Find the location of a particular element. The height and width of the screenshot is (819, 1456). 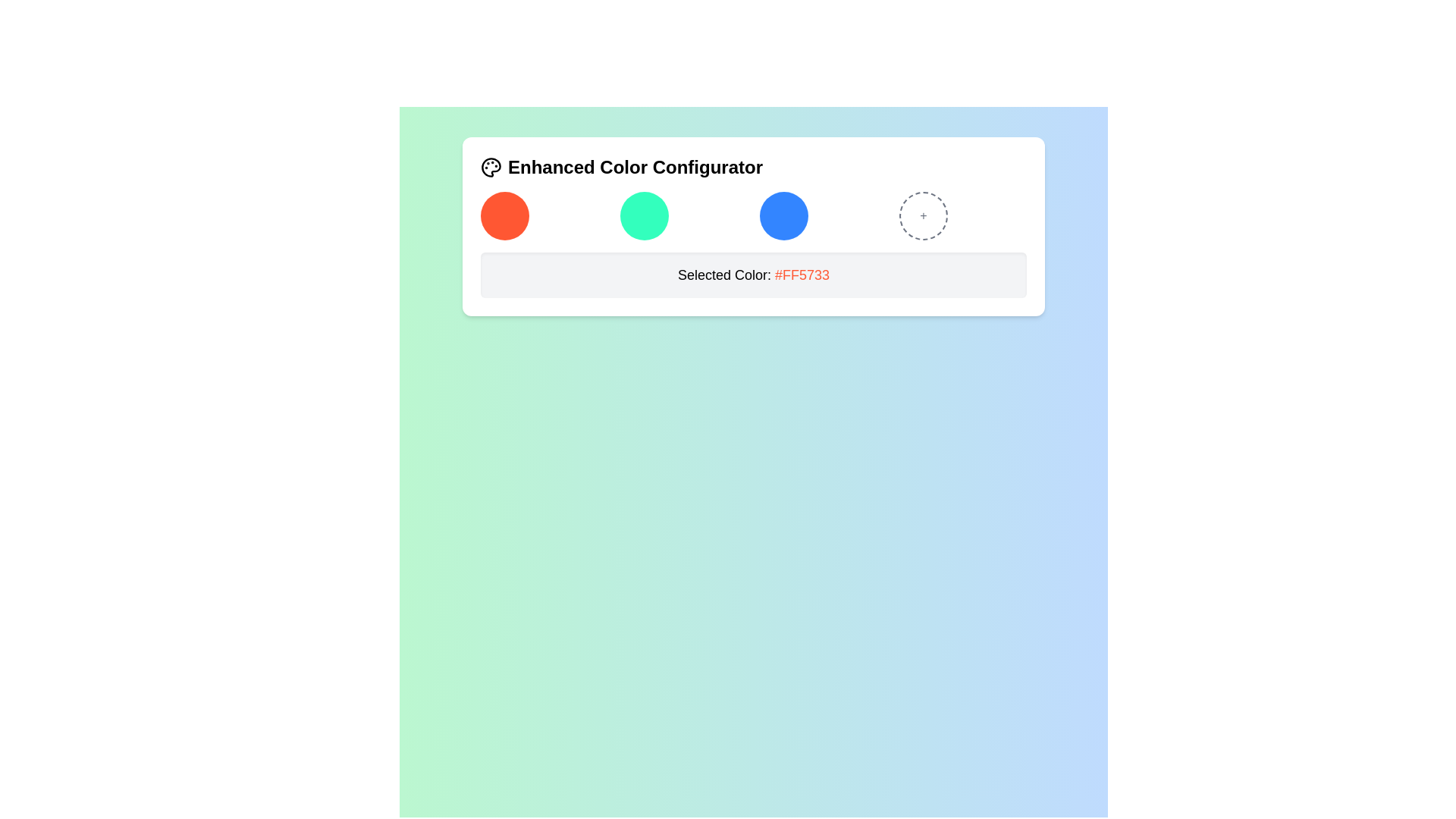

the color palette icon located to the left of the 'Enhanced Color Configurator' title, which features a circular base with smaller circles representing paint colors is located at coordinates (491, 167).